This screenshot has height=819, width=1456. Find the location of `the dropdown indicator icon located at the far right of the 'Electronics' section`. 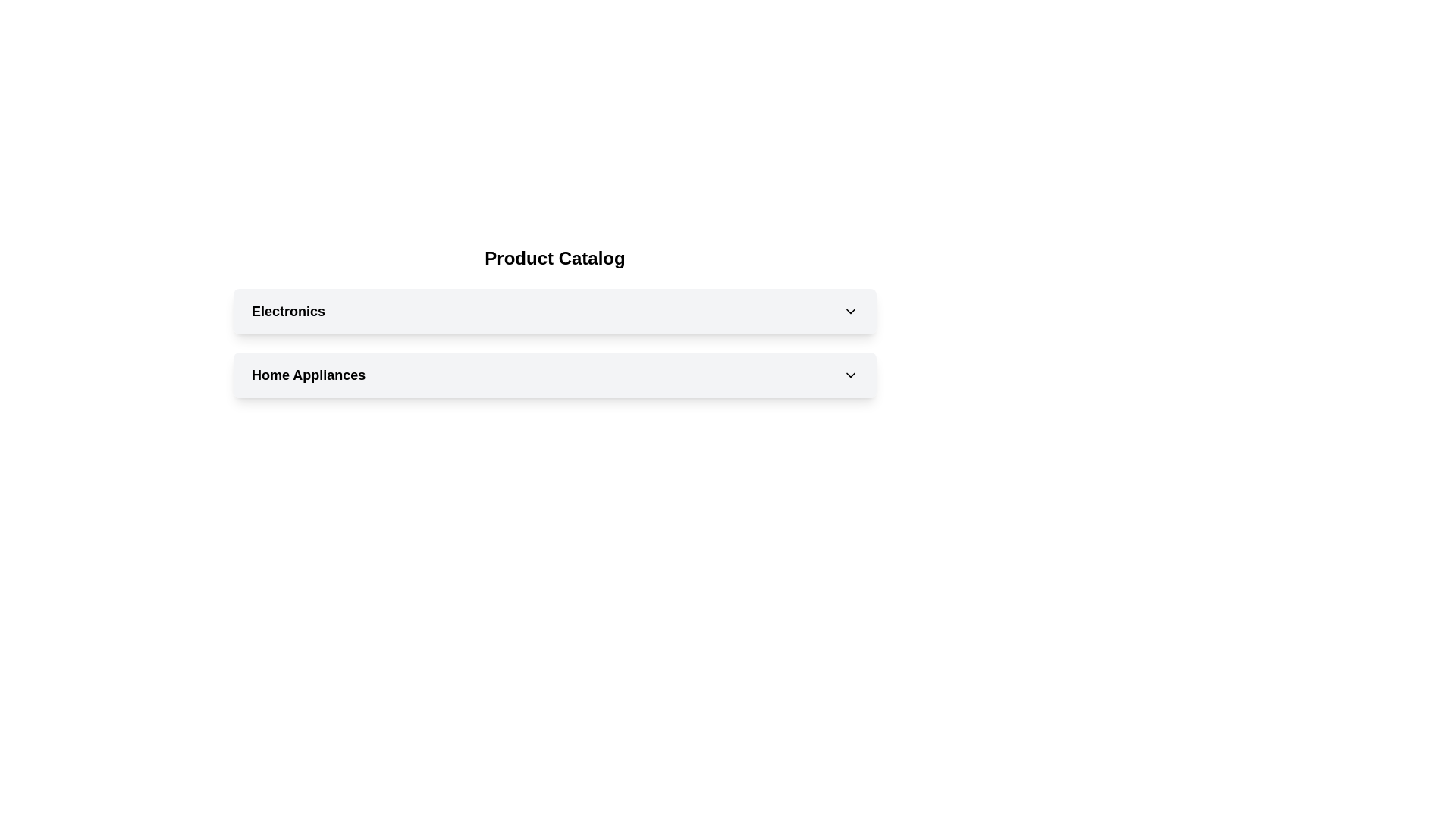

the dropdown indicator icon located at the far right of the 'Electronics' section is located at coordinates (851, 311).